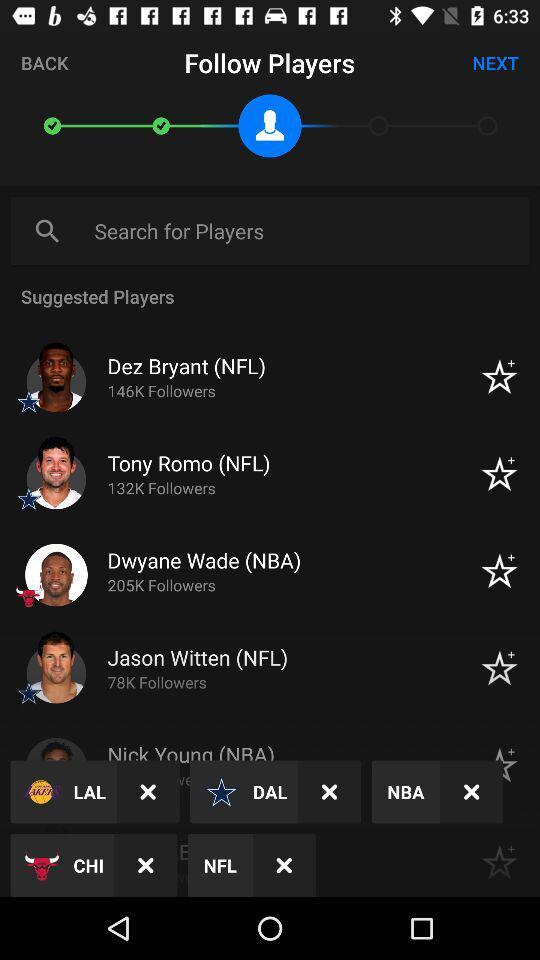 This screenshot has height=960, width=540. What do you see at coordinates (471, 792) in the screenshot?
I see `the close icon` at bounding box center [471, 792].